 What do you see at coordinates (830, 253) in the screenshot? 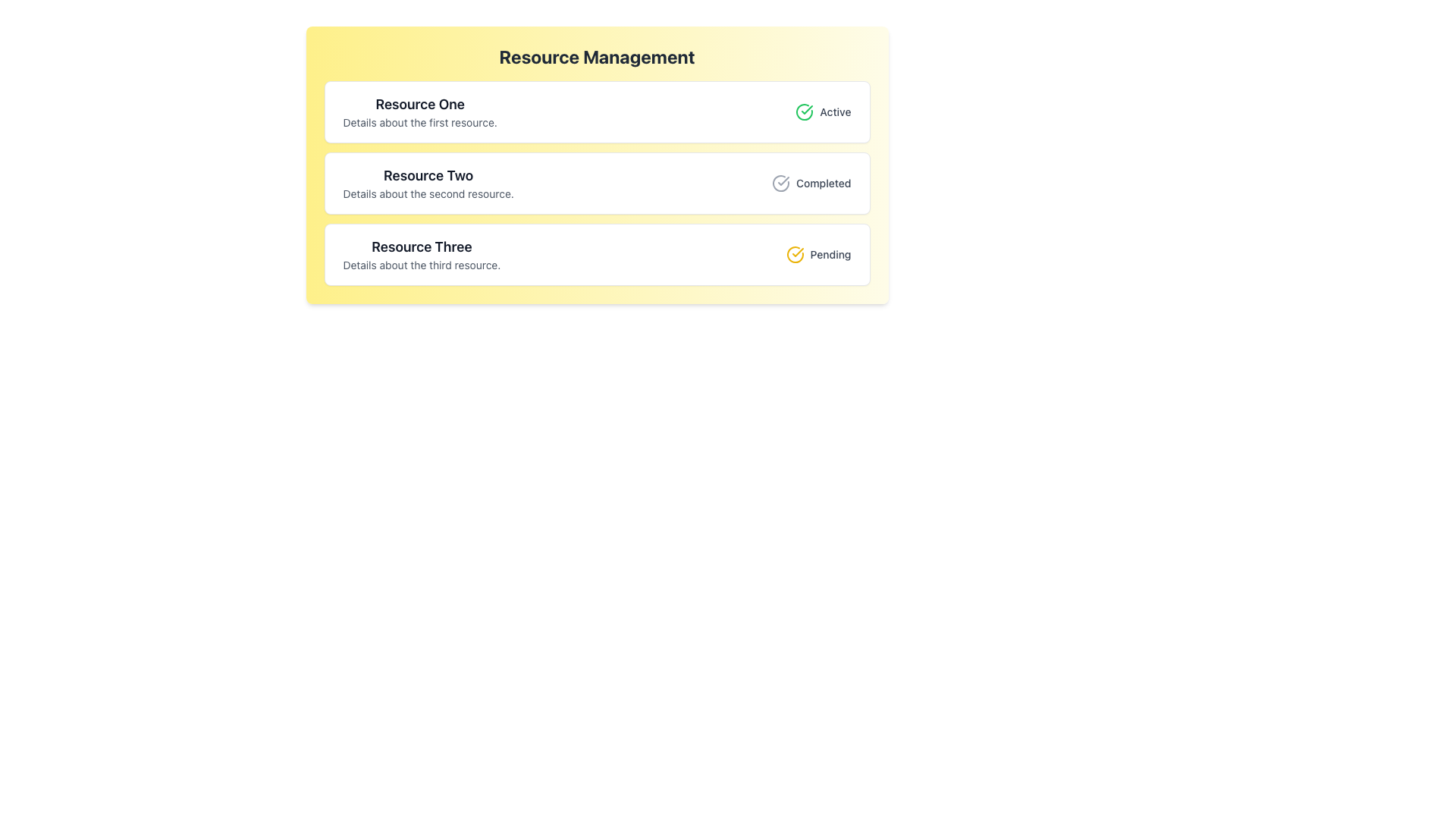
I see `the Static Text Label displaying 'Pending', which is located next to a yellow circular icon with a checkmark in the status section of the 'Resource Three' row` at bounding box center [830, 253].